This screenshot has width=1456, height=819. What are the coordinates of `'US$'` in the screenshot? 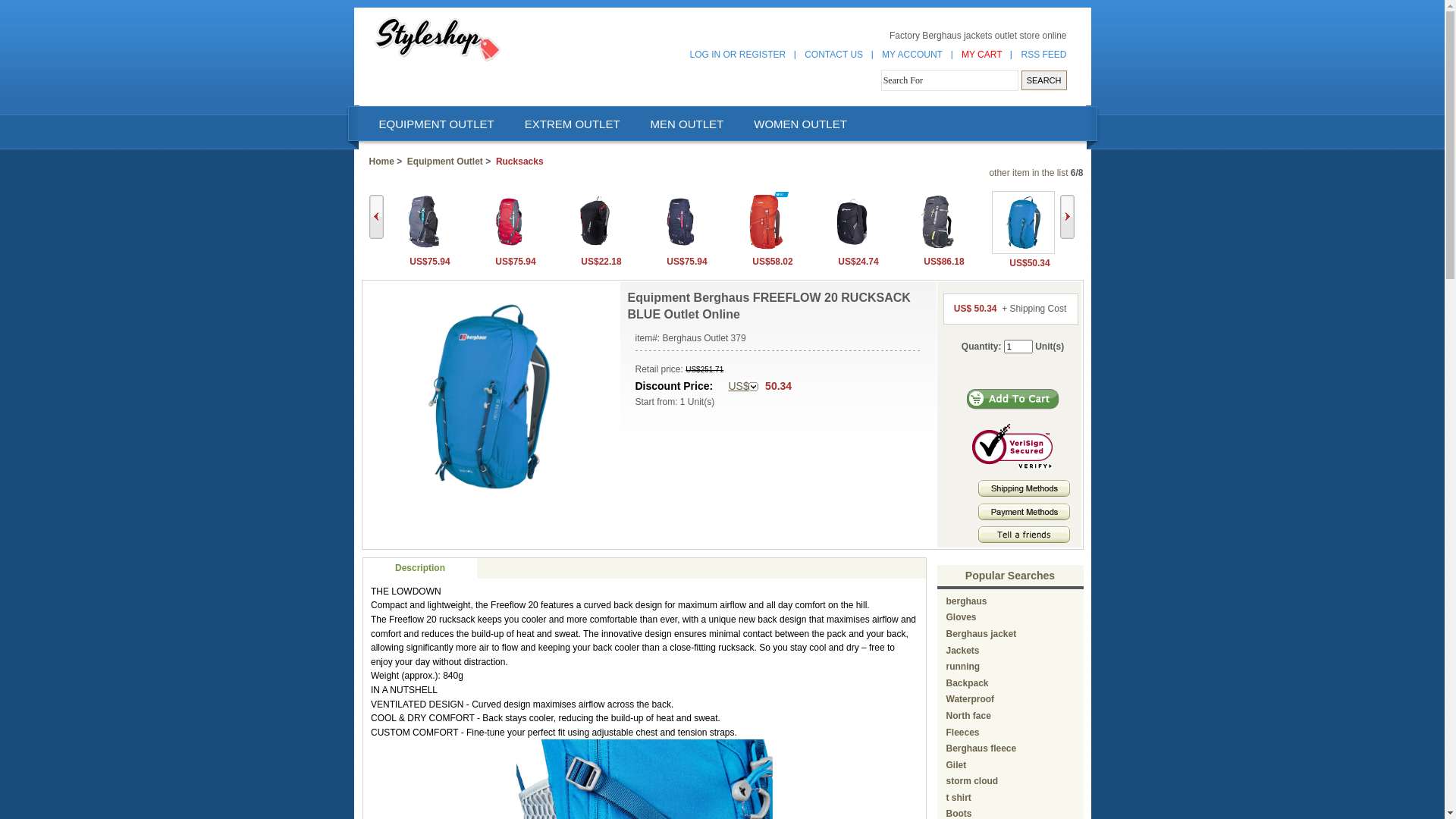 It's located at (742, 385).